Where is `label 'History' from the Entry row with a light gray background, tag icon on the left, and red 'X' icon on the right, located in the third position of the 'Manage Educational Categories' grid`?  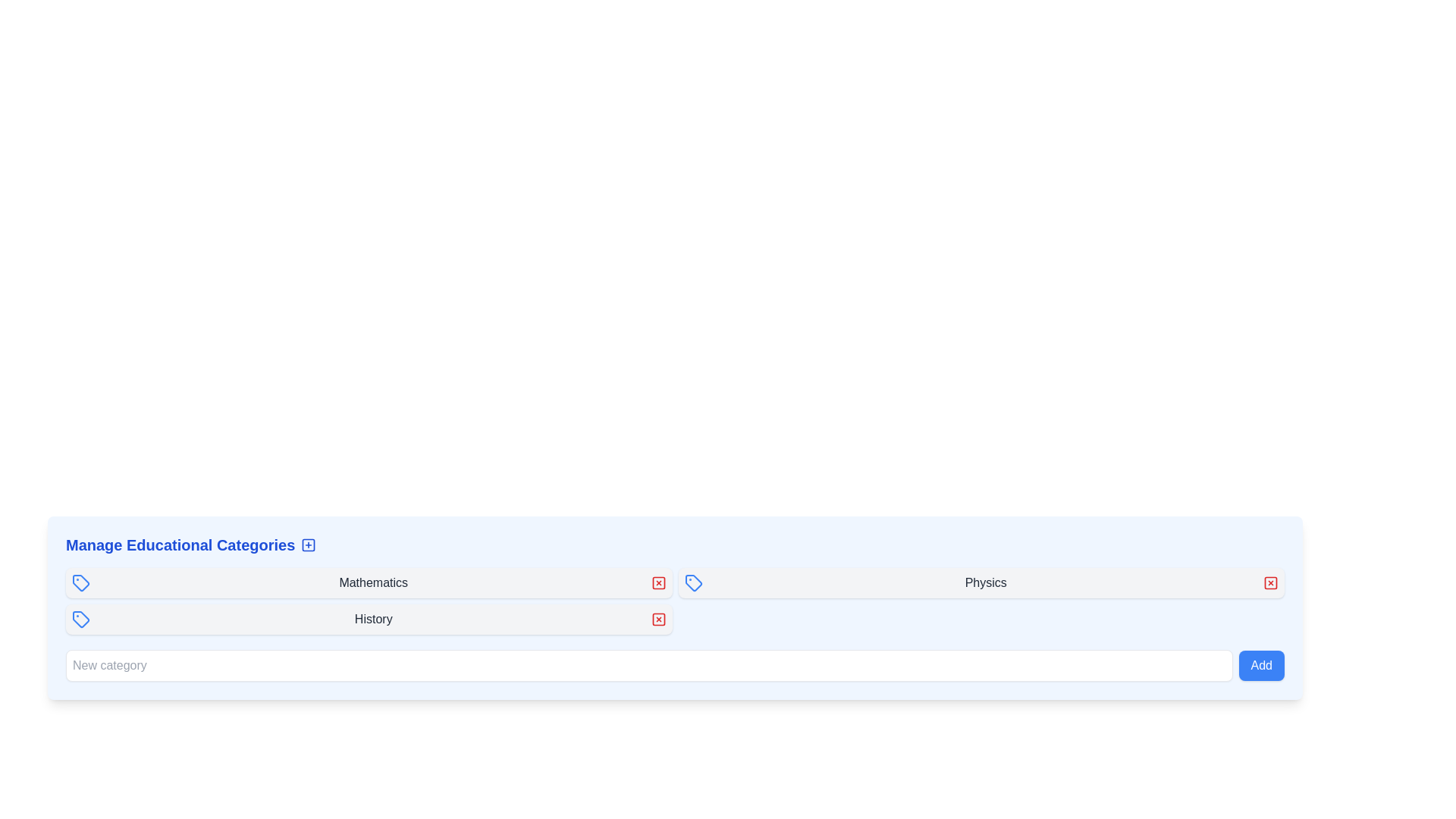 label 'History' from the Entry row with a light gray background, tag icon on the left, and red 'X' icon on the right, located in the third position of the 'Manage Educational Categories' grid is located at coordinates (369, 620).